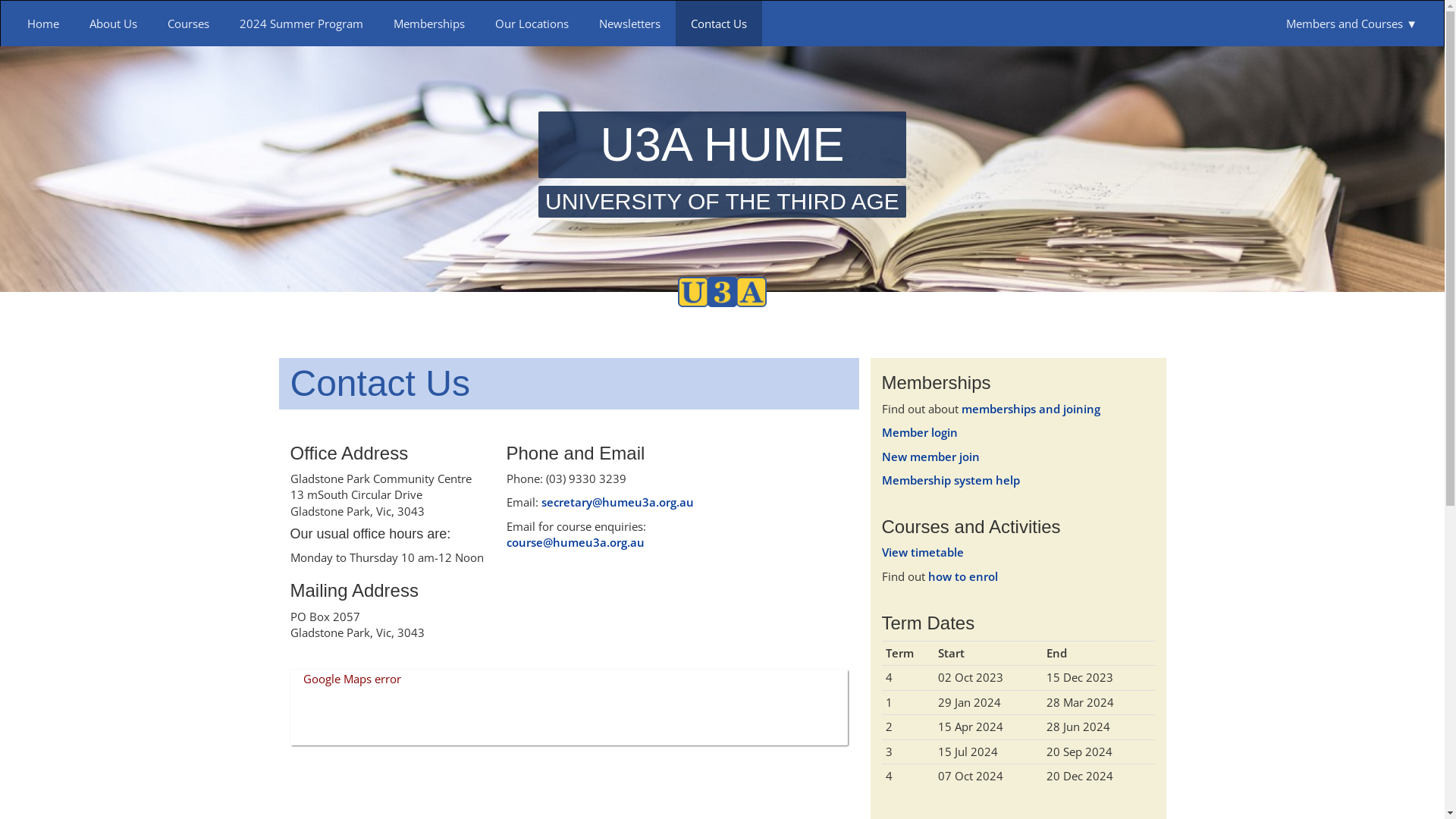 The height and width of the screenshot is (819, 1456). What do you see at coordinates (428, 23) in the screenshot?
I see `'Memberships'` at bounding box center [428, 23].